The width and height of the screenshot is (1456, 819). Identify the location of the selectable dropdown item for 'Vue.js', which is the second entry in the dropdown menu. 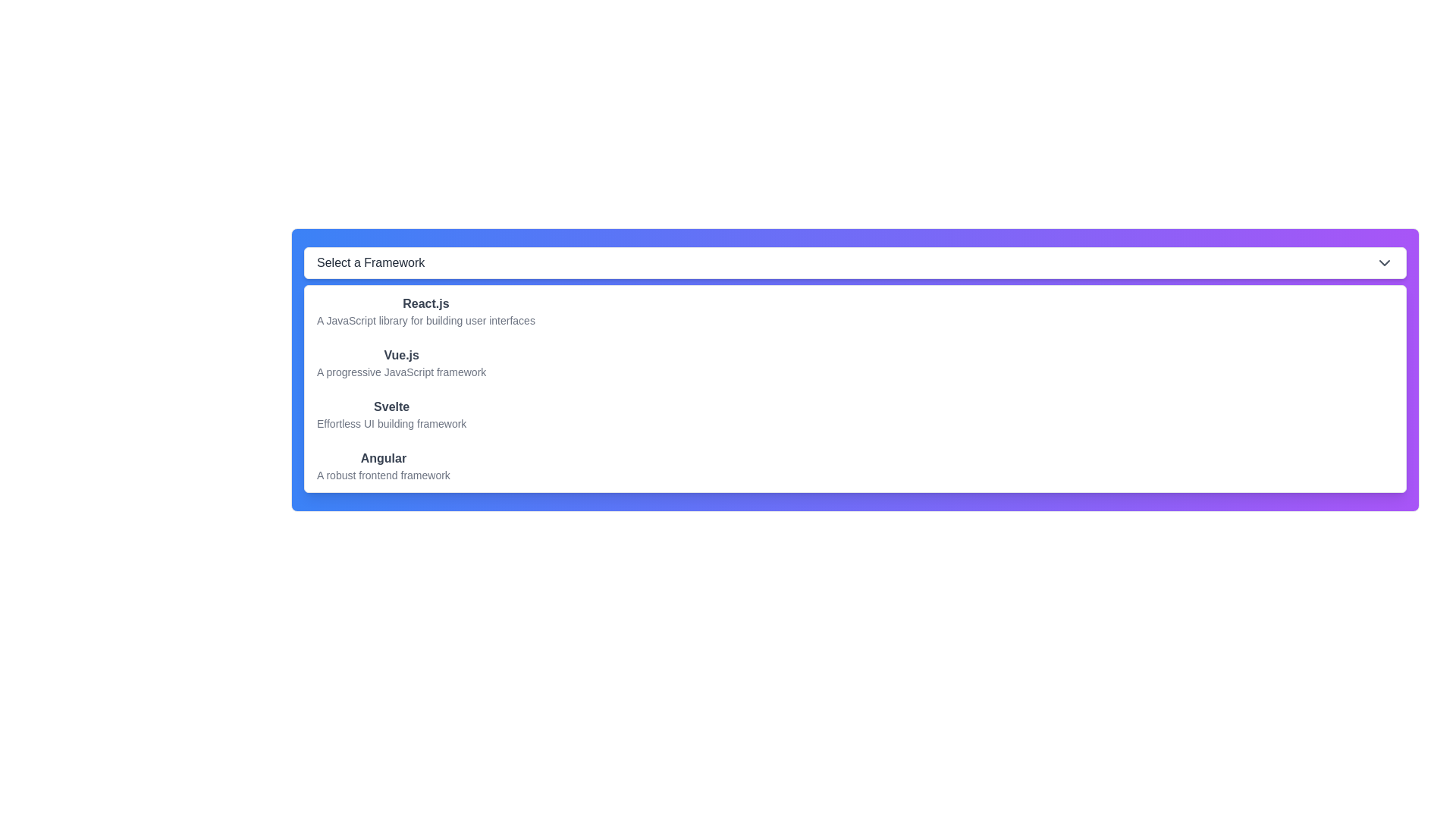
(401, 362).